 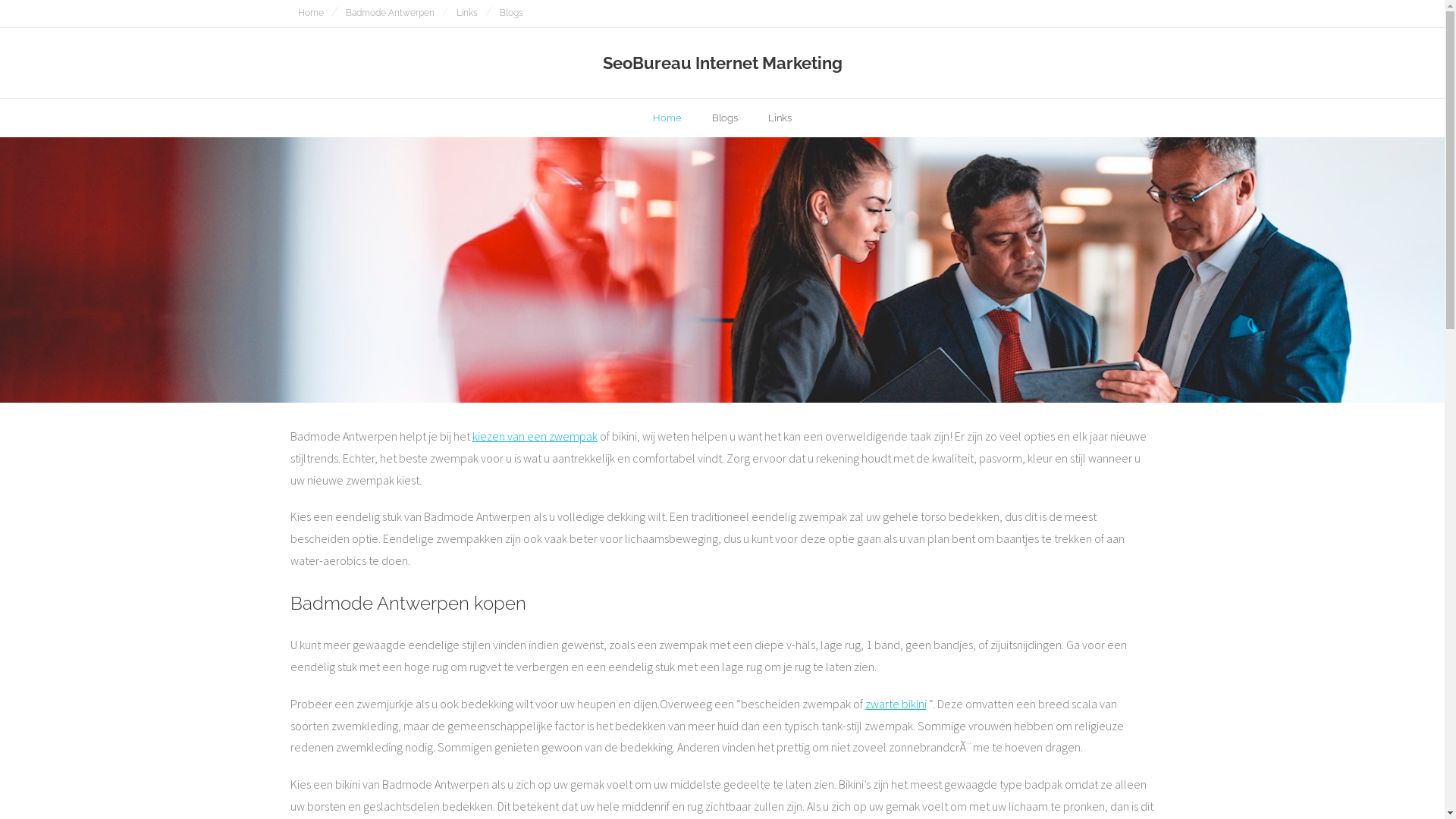 What do you see at coordinates (309, 14) in the screenshot?
I see `'Home'` at bounding box center [309, 14].